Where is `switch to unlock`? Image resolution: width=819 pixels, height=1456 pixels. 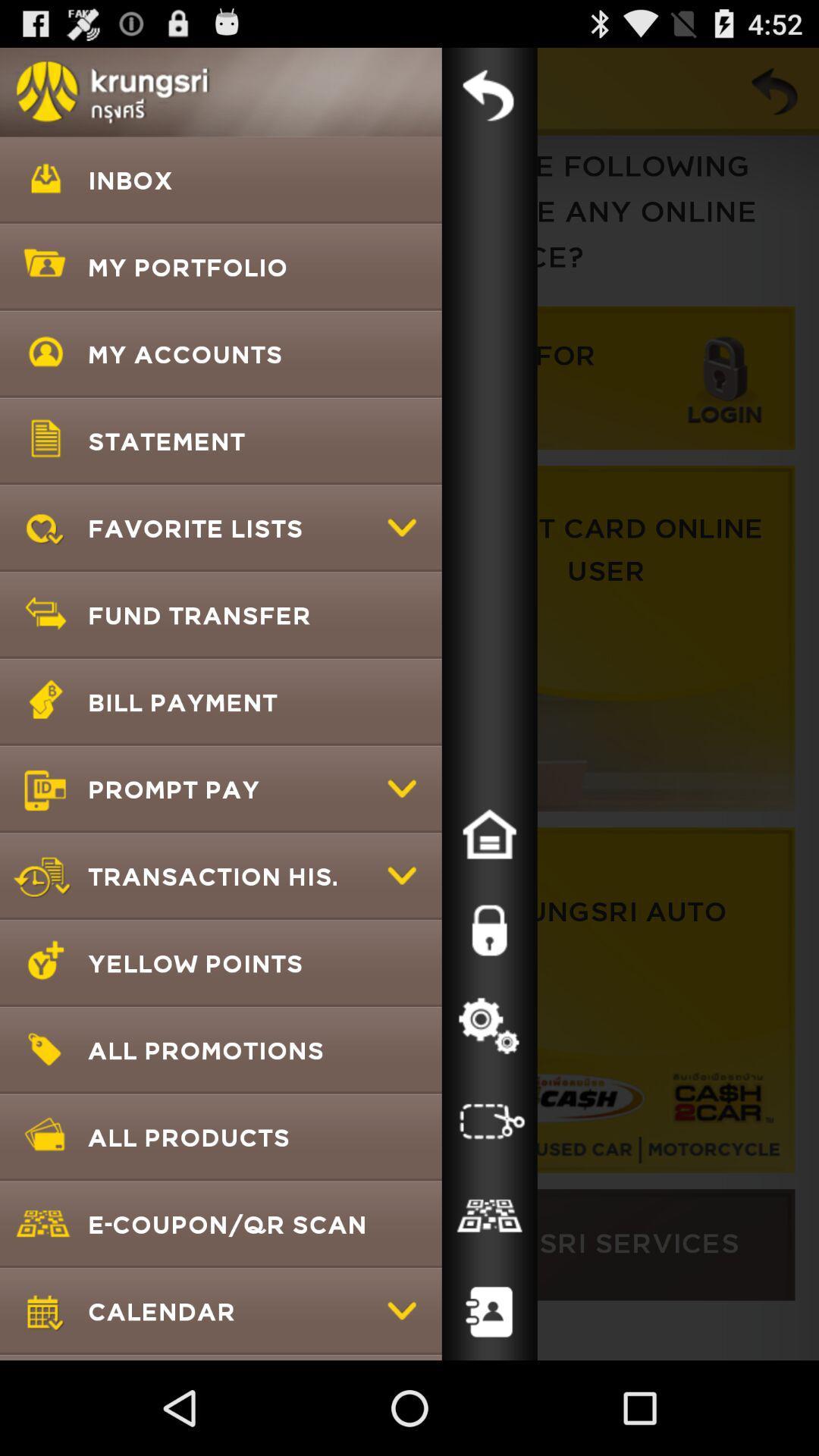
switch to unlock is located at coordinates (489, 930).